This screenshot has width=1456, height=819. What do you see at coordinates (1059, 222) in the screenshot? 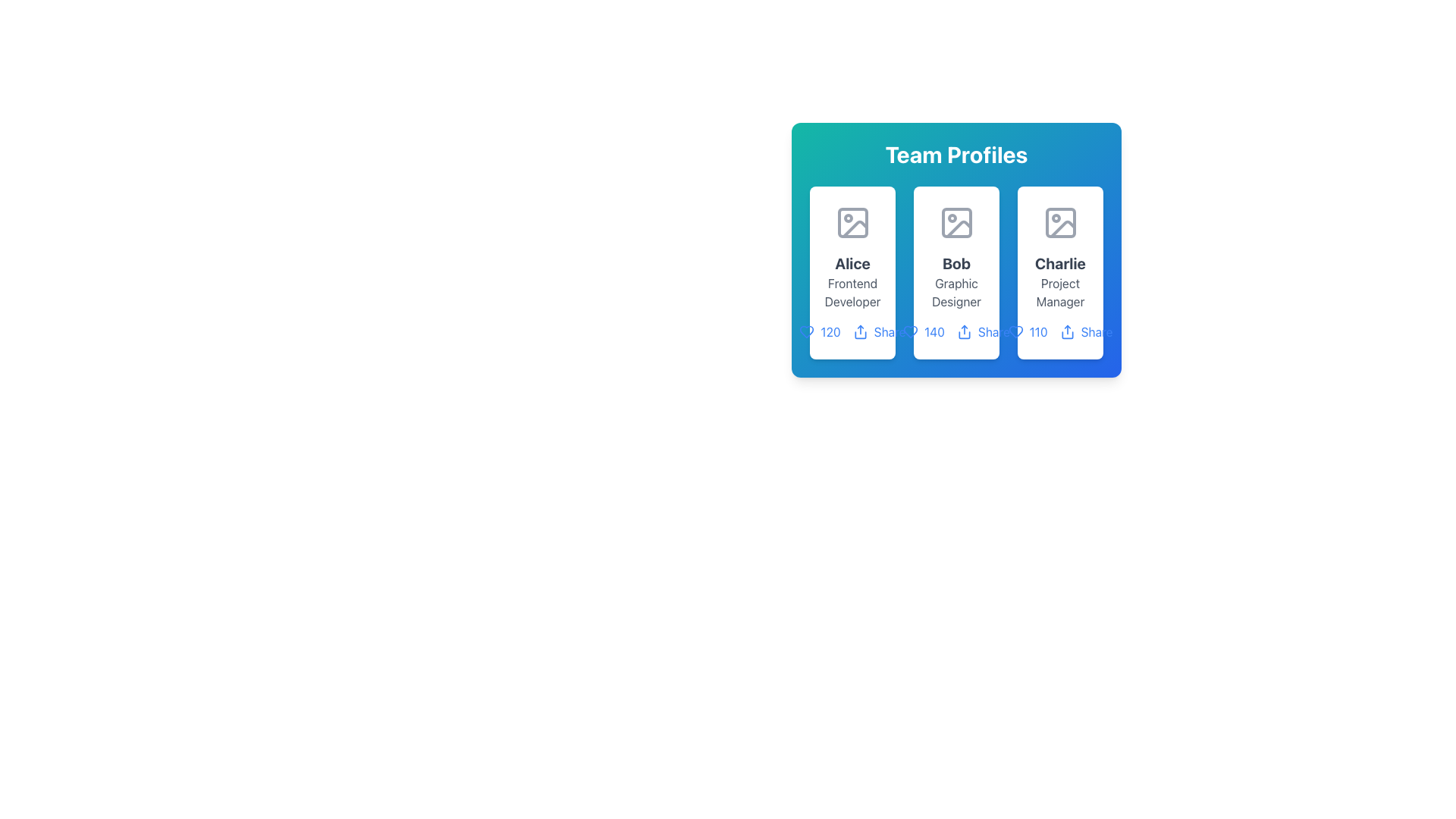
I see `the image placeholder icon located at the top-center of the card labeled 'Charlie', positioned above the text 'Project Manager' and below the card heading 'Charlie'` at bounding box center [1059, 222].